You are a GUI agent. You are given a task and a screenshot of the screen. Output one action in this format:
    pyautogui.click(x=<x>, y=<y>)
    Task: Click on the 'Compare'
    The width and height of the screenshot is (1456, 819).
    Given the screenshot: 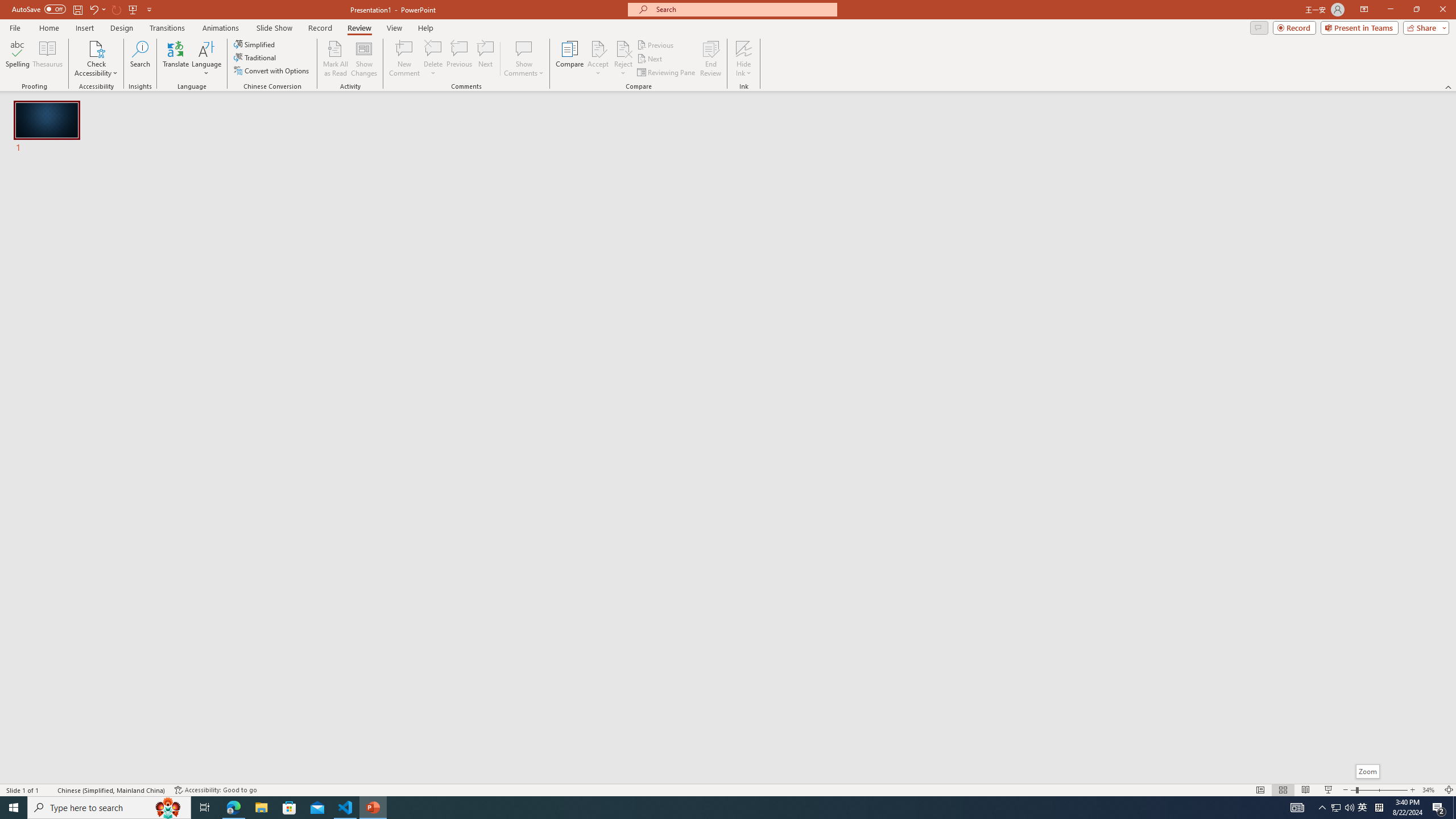 What is the action you would take?
    pyautogui.click(x=570, y=59)
    